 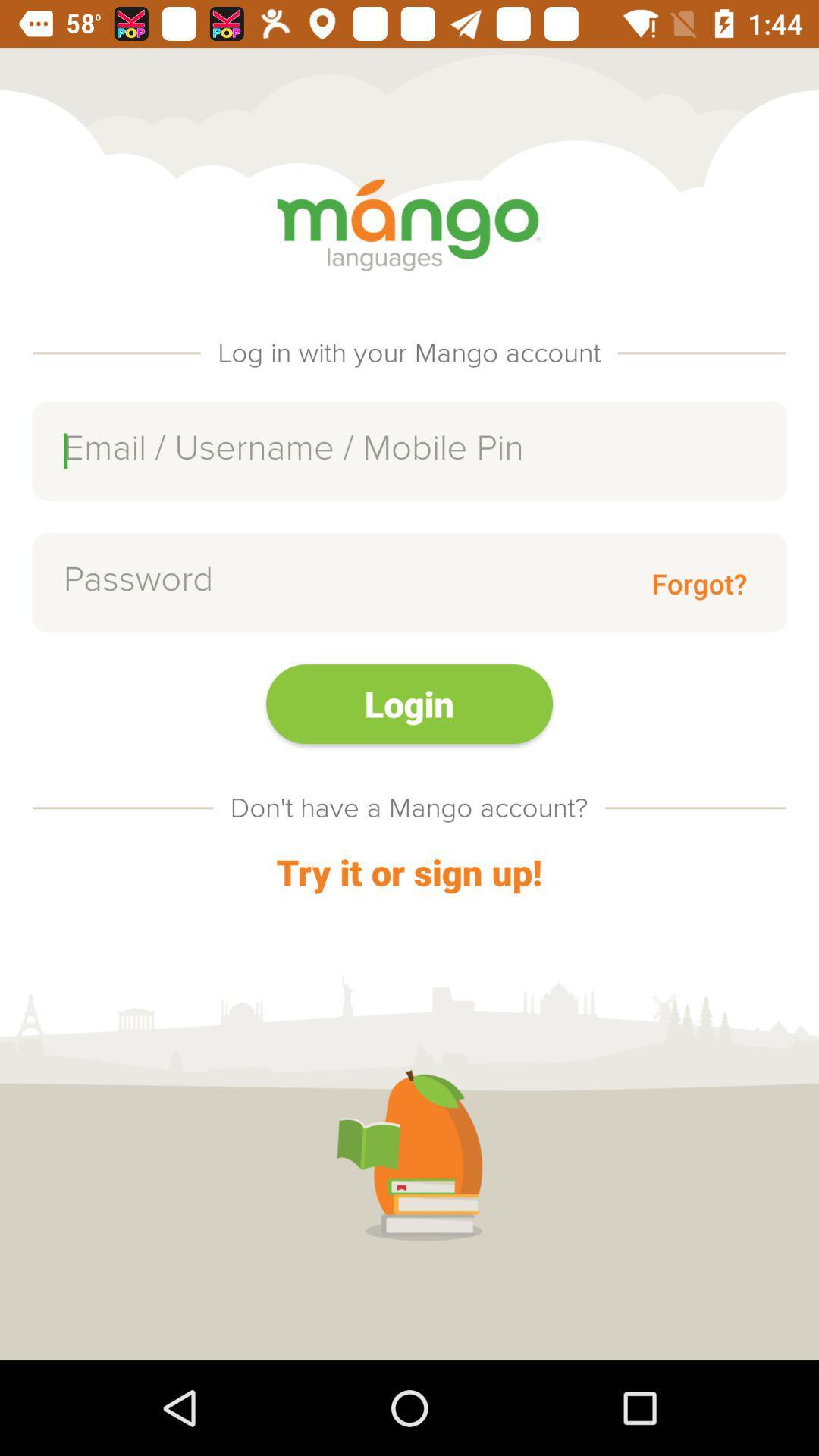 What do you see at coordinates (409, 450) in the screenshot?
I see `your name` at bounding box center [409, 450].